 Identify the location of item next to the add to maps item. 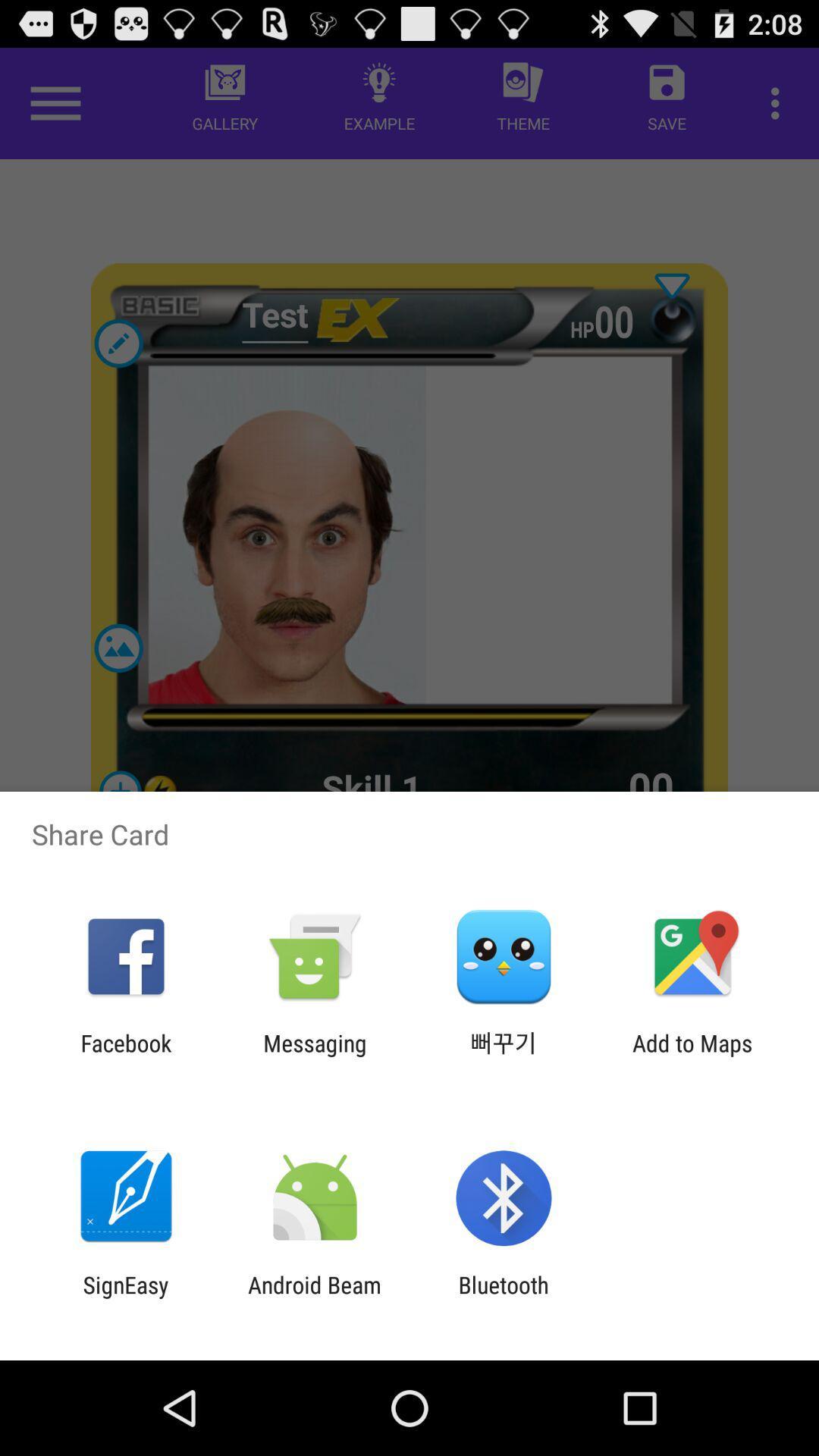
(504, 1056).